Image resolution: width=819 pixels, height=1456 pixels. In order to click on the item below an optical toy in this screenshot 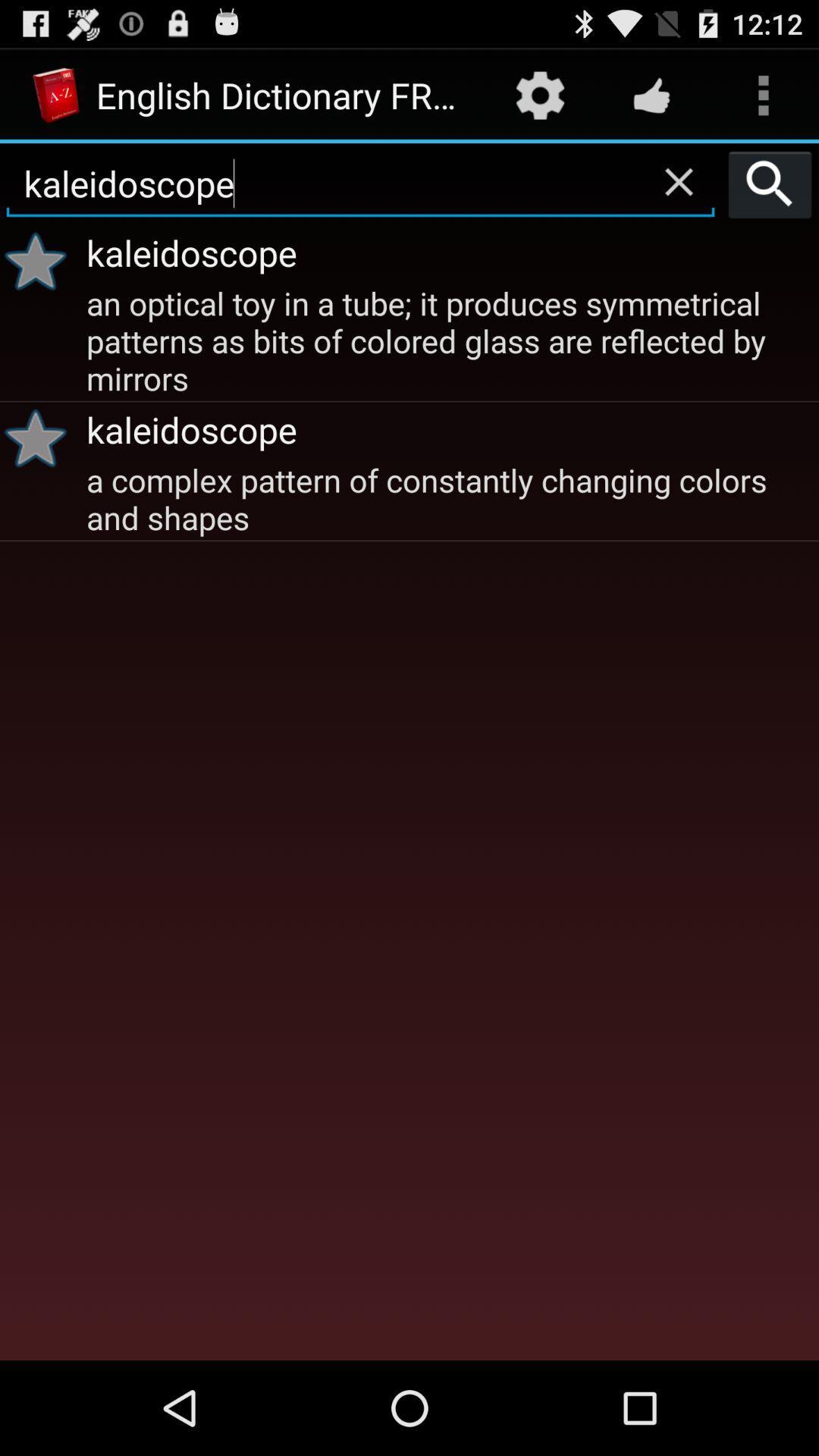, I will do `click(40, 437)`.